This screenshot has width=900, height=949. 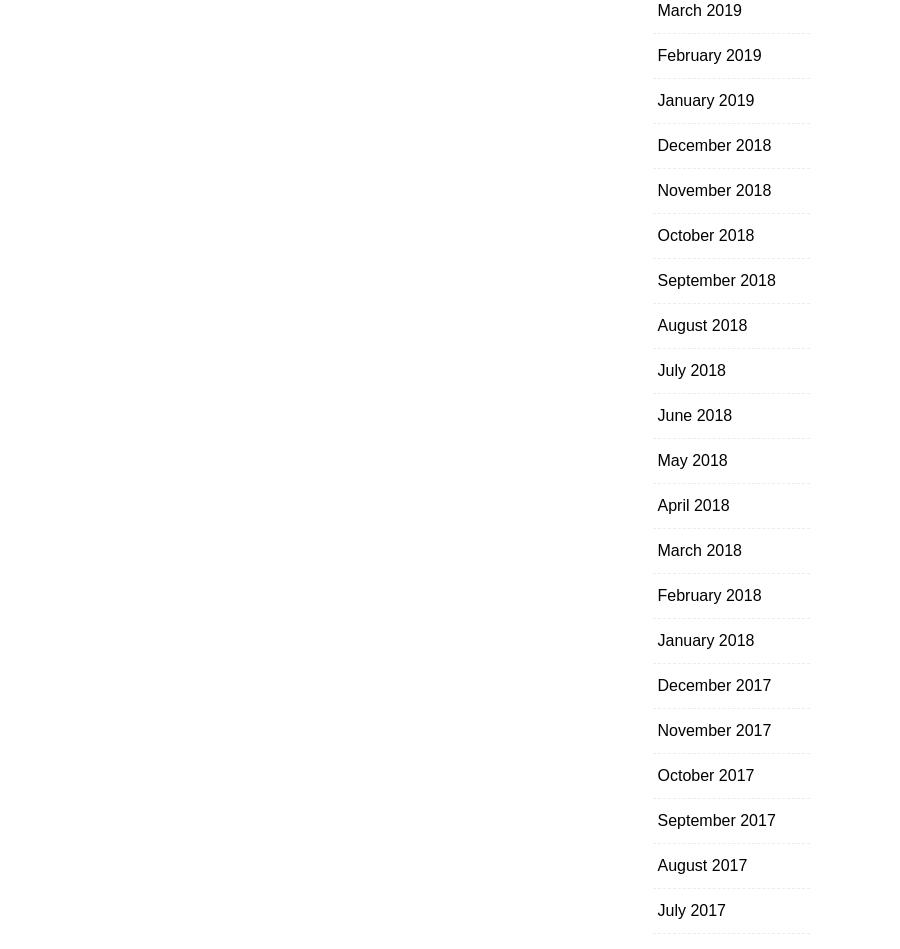 What do you see at coordinates (698, 10) in the screenshot?
I see `'March 2019'` at bounding box center [698, 10].